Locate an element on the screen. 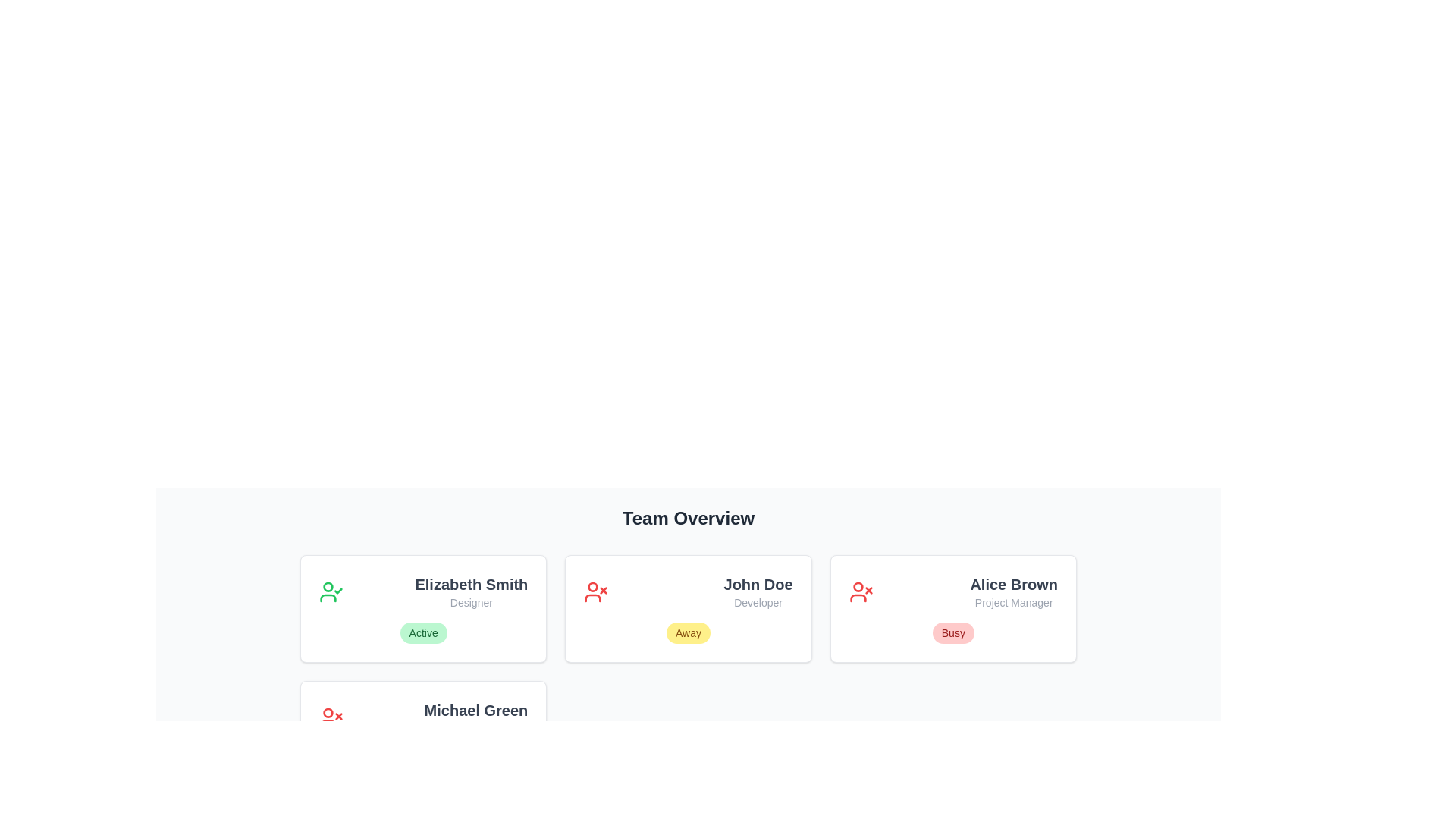 The height and width of the screenshot is (819, 1456). text content displayed in the card layout for 'Michael Green', which includes the bold name and the smaller title 'Tester' is located at coordinates (475, 717).